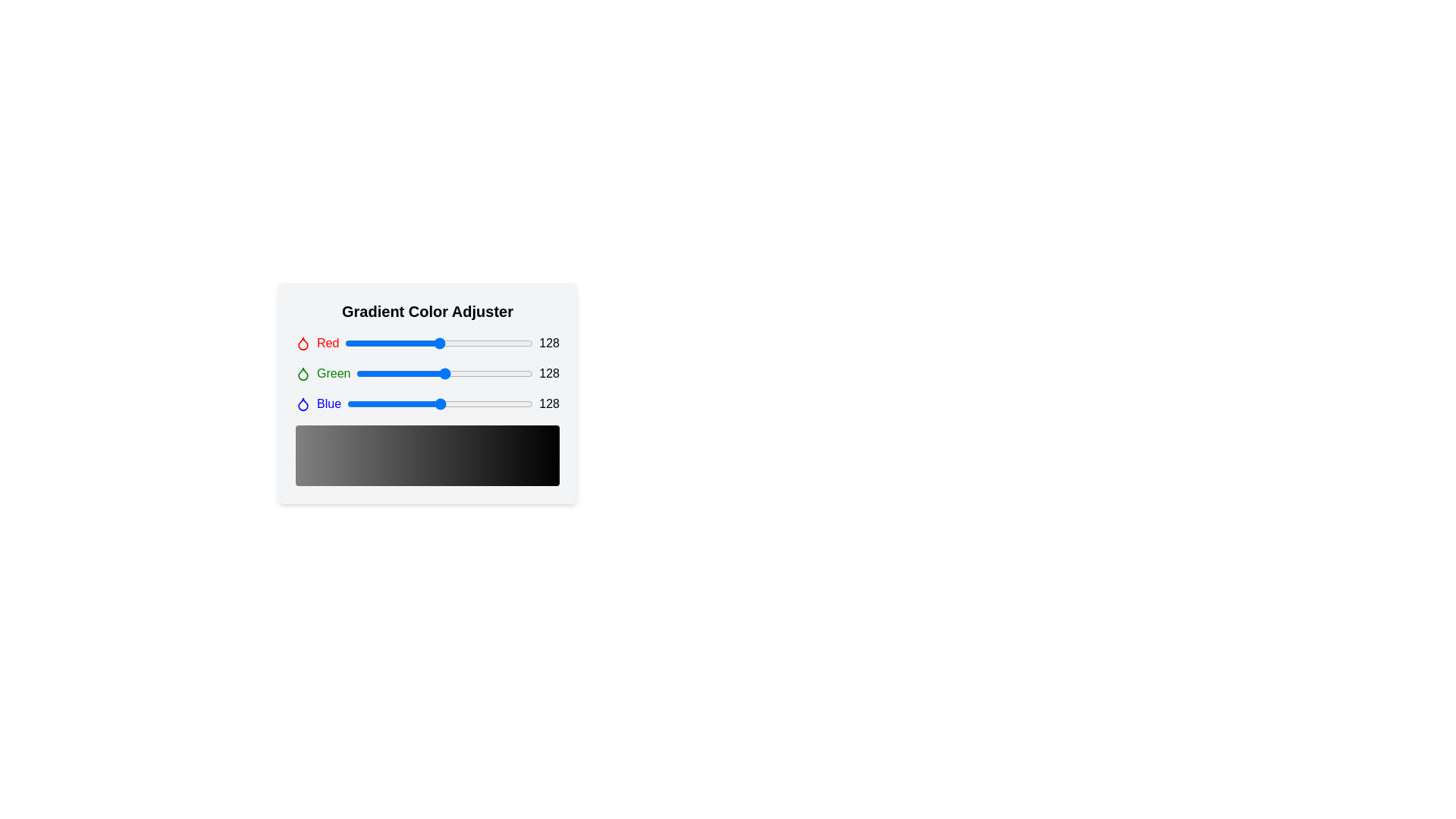  Describe the element at coordinates (404, 403) in the screenshot. I see `the blue color slider to 79` at that location.